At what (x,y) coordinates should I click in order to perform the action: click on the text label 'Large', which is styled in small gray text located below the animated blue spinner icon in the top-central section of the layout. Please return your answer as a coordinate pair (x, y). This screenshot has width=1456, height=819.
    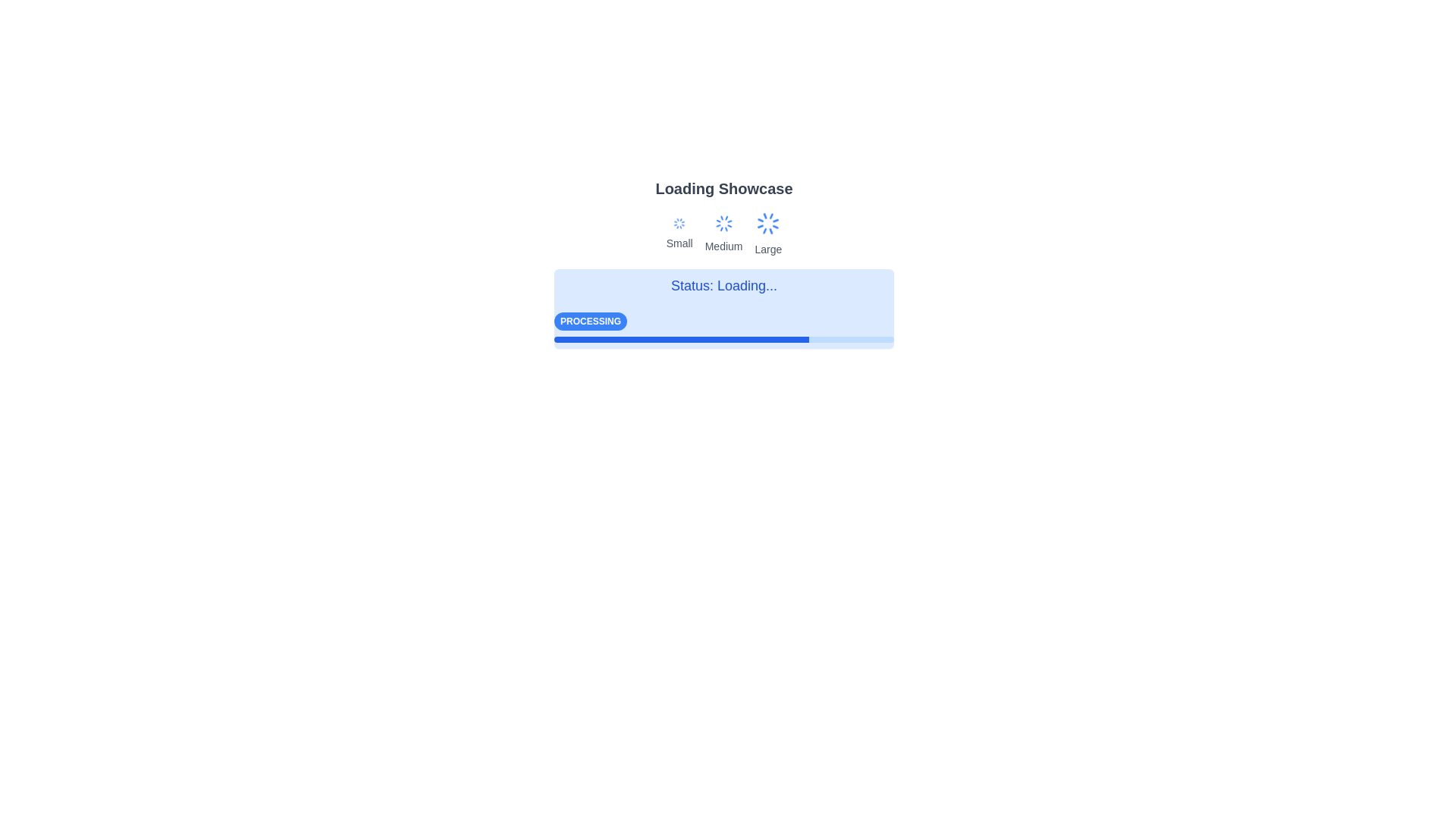
    Looking at the image, I should click on (768, 248).